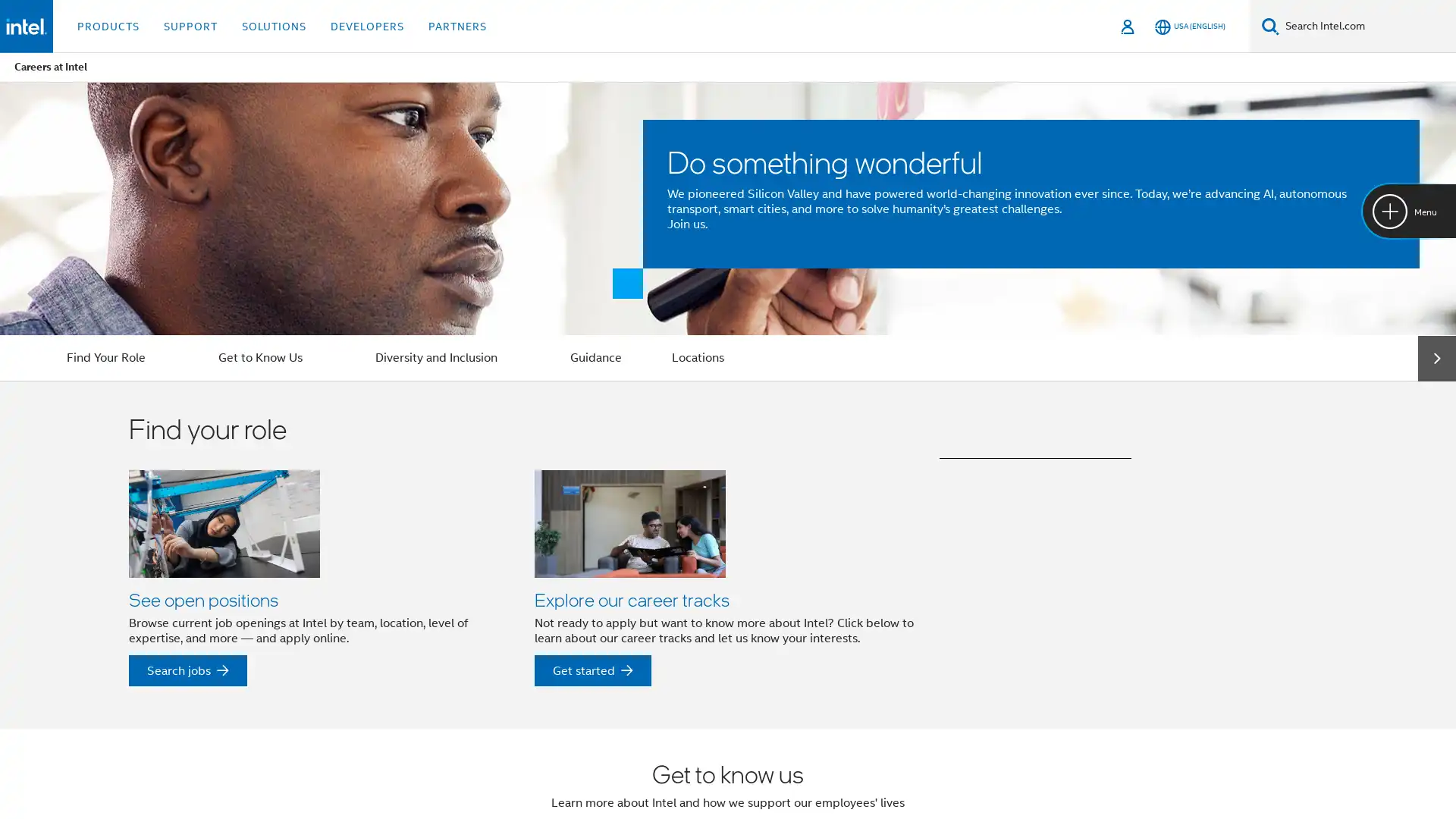 This screenshot has width=1456, height=819. Describe the element at coordinates (1128, 26) in the screenshot. I see `Sign In` at that location.